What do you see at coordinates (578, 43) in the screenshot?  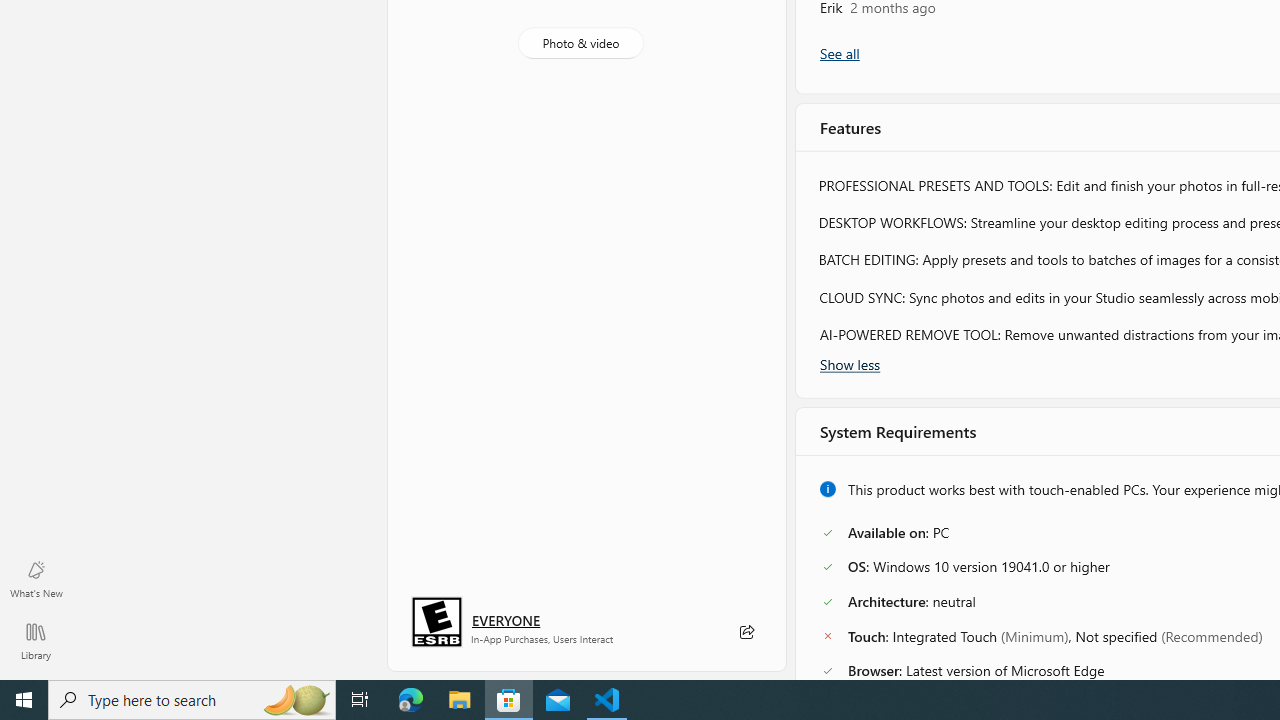 I see `'Photo & video'` at bounding box center [578, 43].